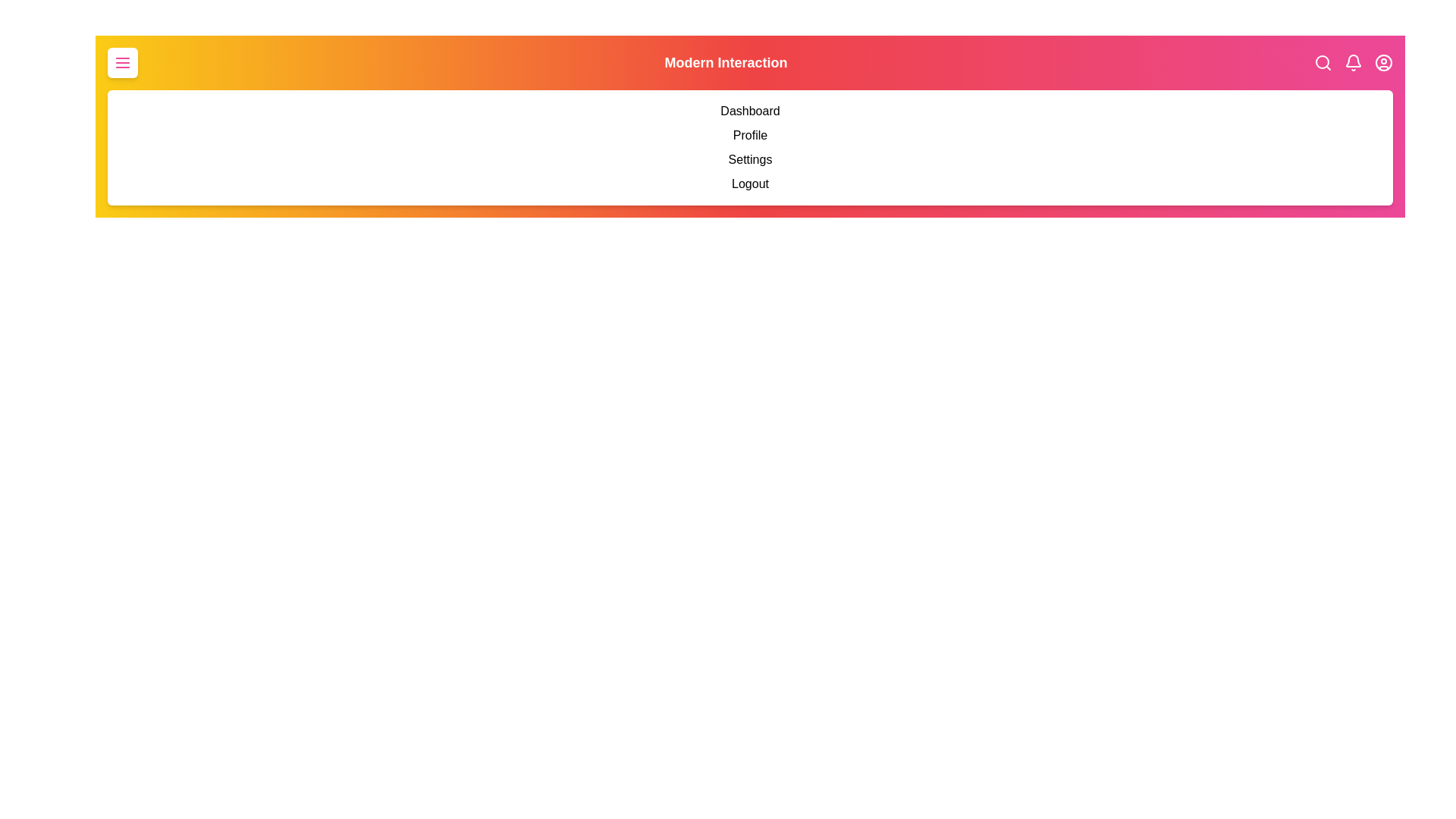 The height and width of the screenshot is (819, 1456). Describe the element at coordinates (1354, 62) in the screenshot. I see `the notification bell icon to interact with it` at that location.